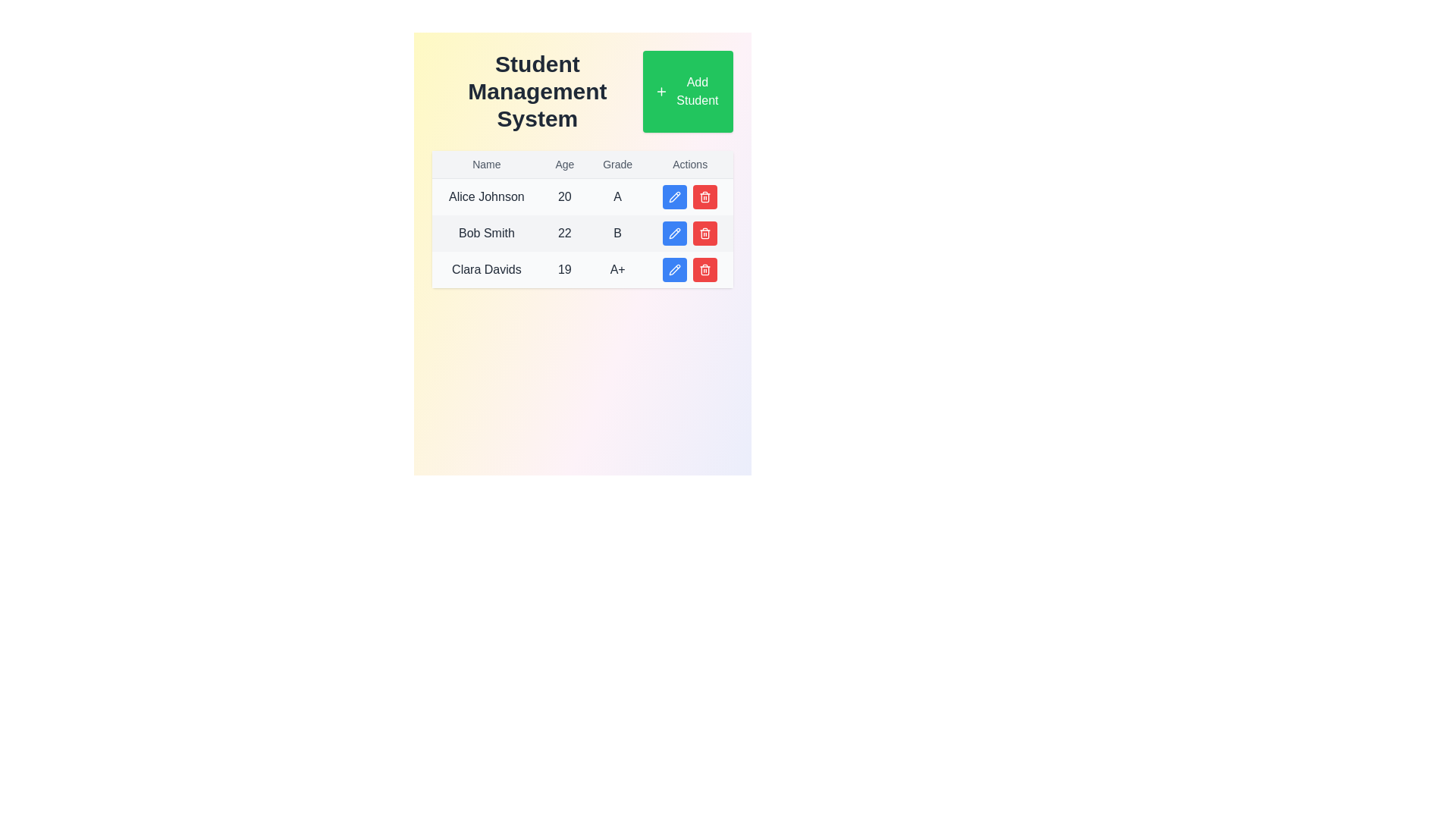  Describe the element at coordinates (582, 219) in the screenshot. I see `the table row displaying information about the student 'Bob Smith'` at that location.